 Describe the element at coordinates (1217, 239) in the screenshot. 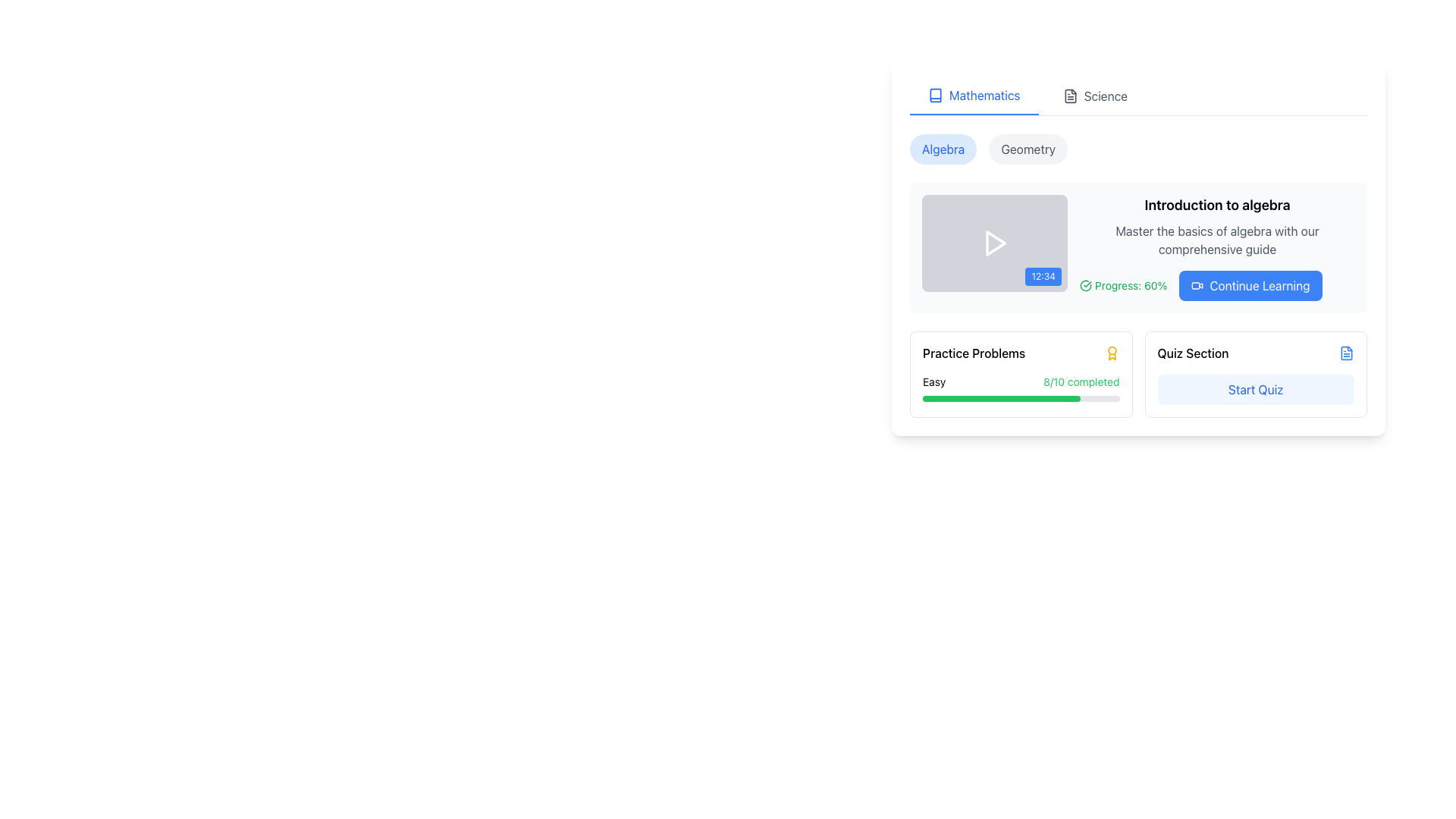

I see `the text label with gray font that says 'Master the basics of algebra with our comprehensive guide', positioned below the heading 'Introduction to algebra'` at that location.